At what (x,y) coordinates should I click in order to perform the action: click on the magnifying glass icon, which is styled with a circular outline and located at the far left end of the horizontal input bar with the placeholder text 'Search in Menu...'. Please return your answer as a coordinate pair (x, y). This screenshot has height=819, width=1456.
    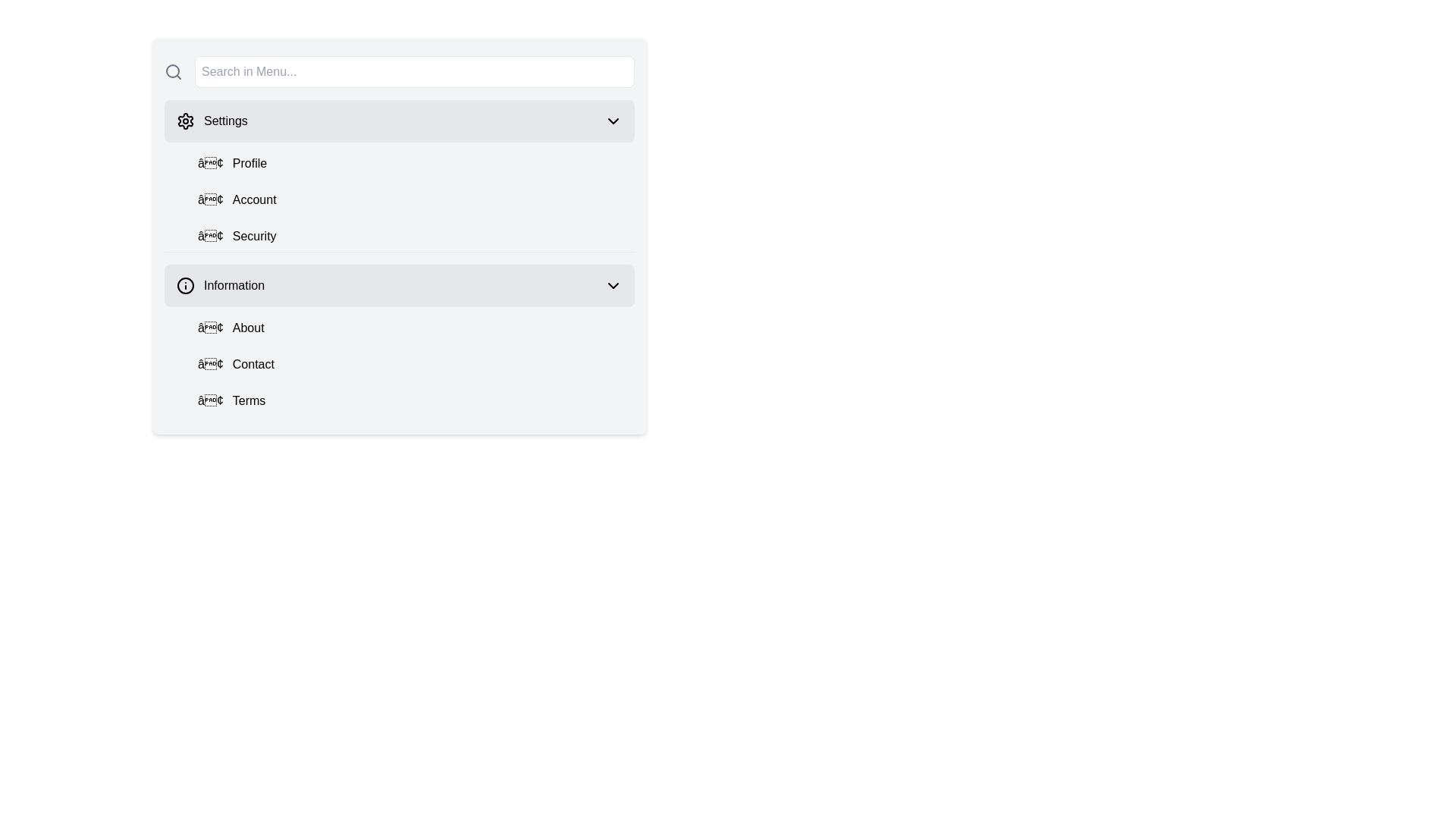
    Looking at the image, I should click on (174, 72).